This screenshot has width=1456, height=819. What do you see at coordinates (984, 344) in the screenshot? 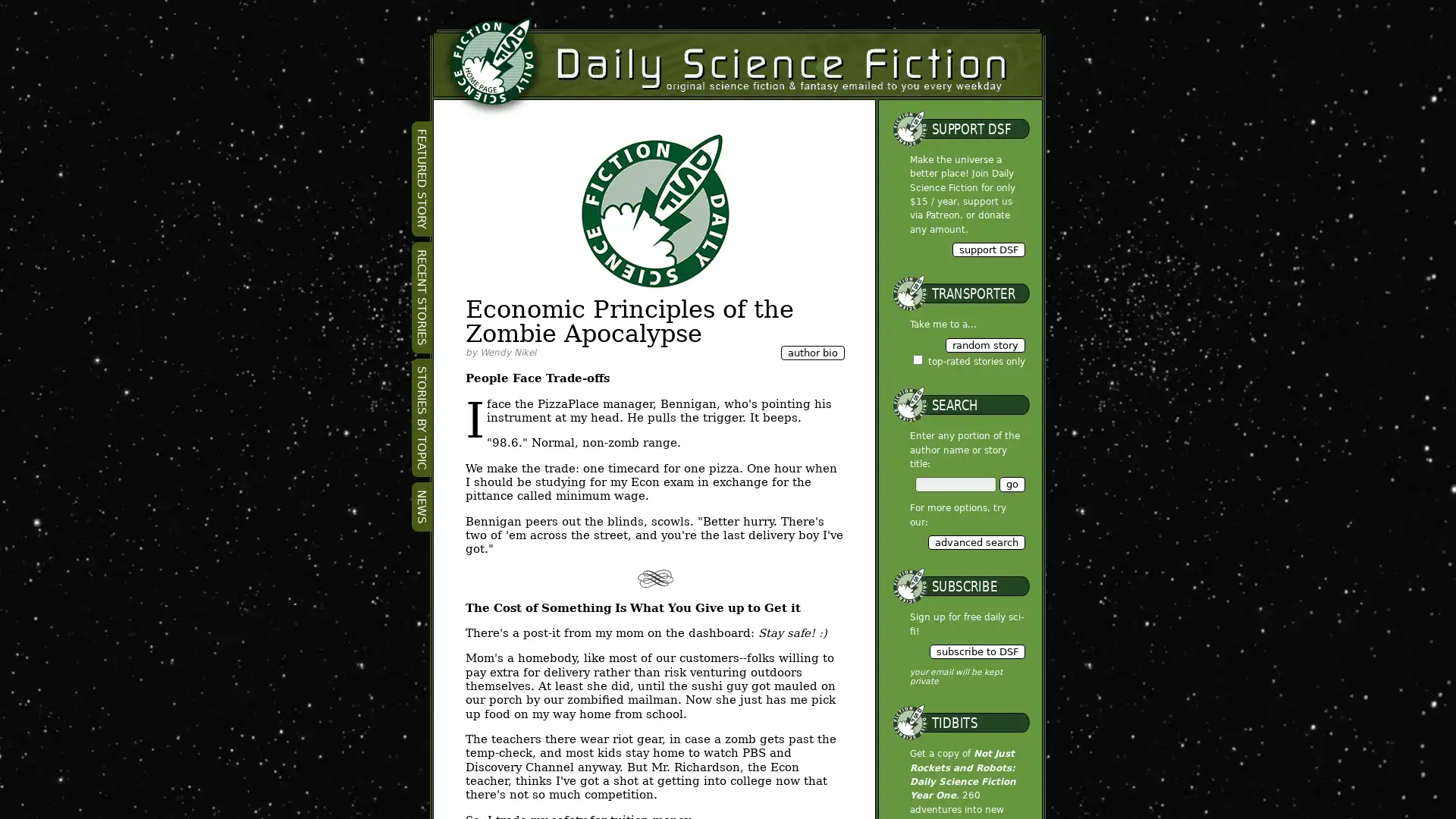
I see `random story` at bounding box center [984, 344].